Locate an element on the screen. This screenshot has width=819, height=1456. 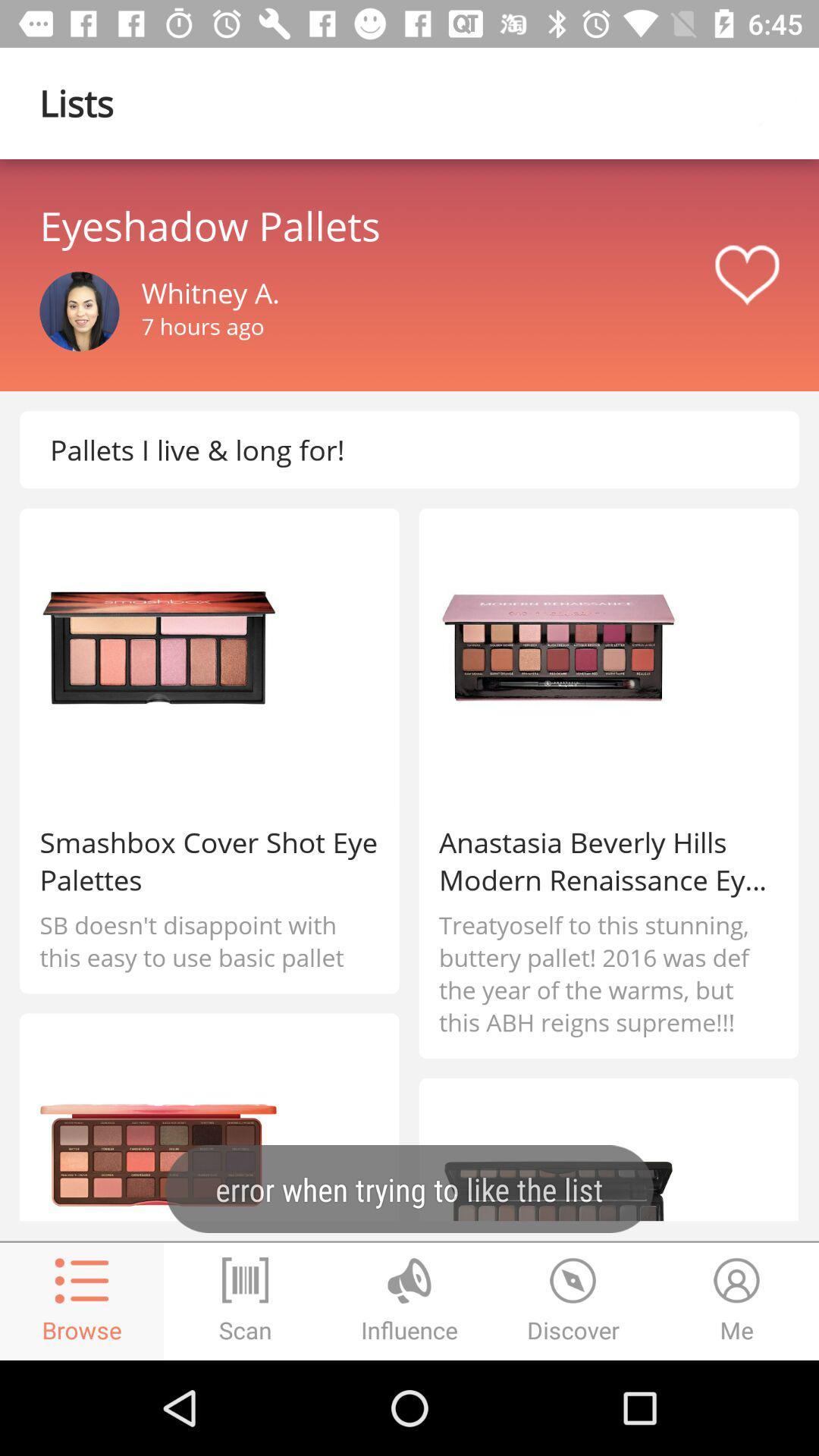
the time icon is located at coordinates (573, 1301).